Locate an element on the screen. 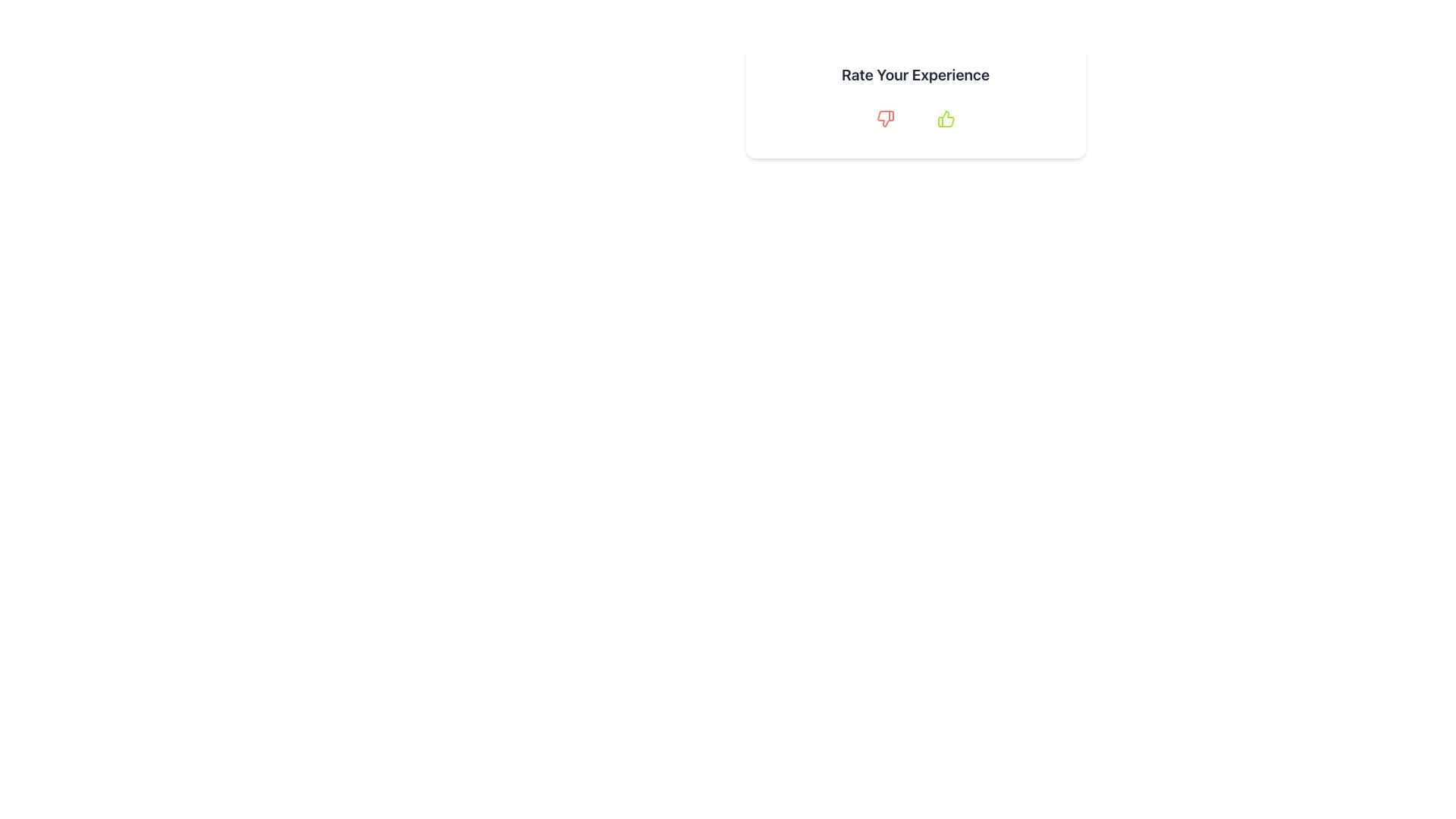 This screenshot has height=819, width=1456. the 'like' icon, which is the second item in a horizontal sequence of icons within a card interface, to focus on it is located at coordinates (945, 118).